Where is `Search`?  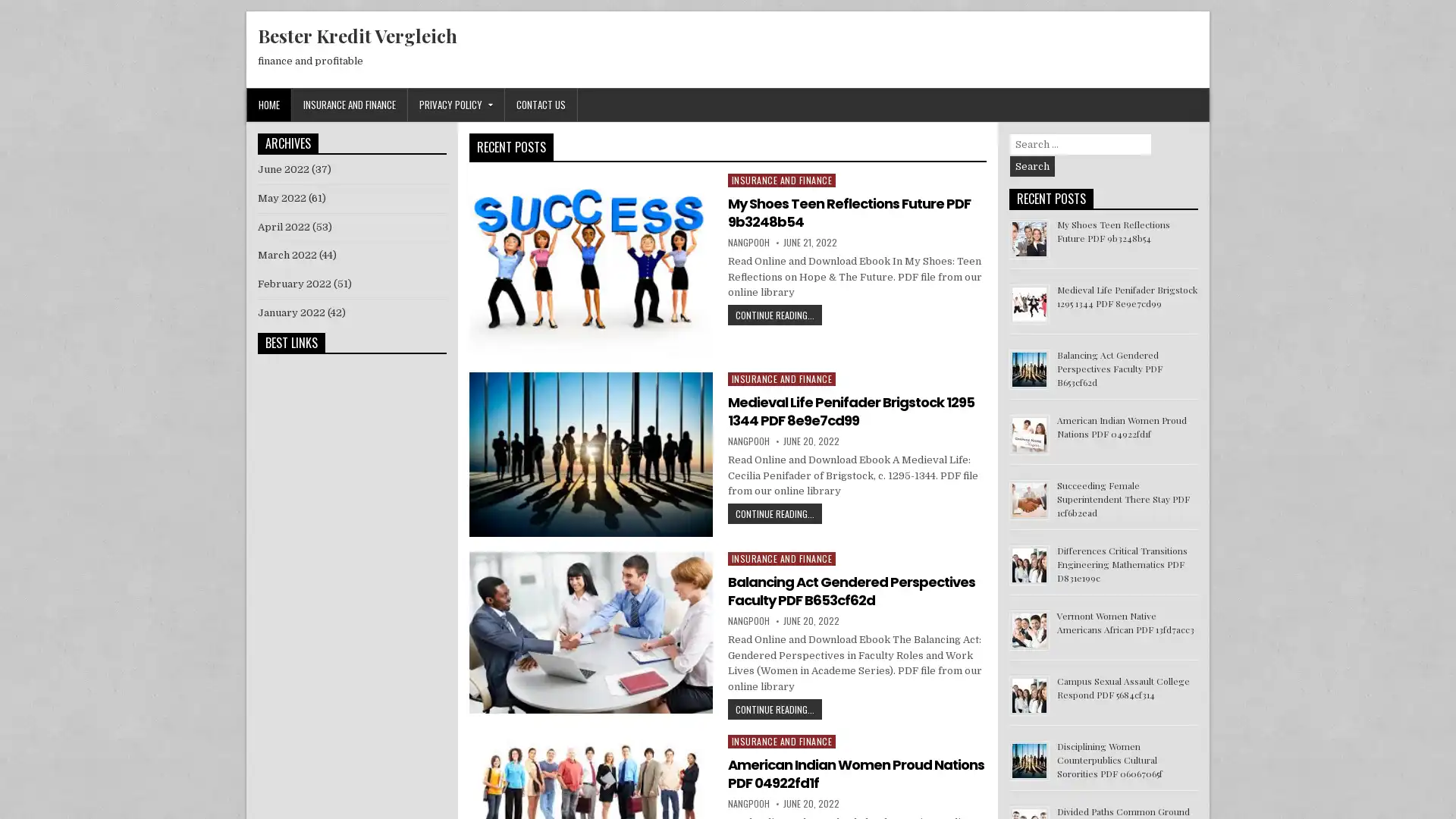 Search is located at coordinates (1031, 166).